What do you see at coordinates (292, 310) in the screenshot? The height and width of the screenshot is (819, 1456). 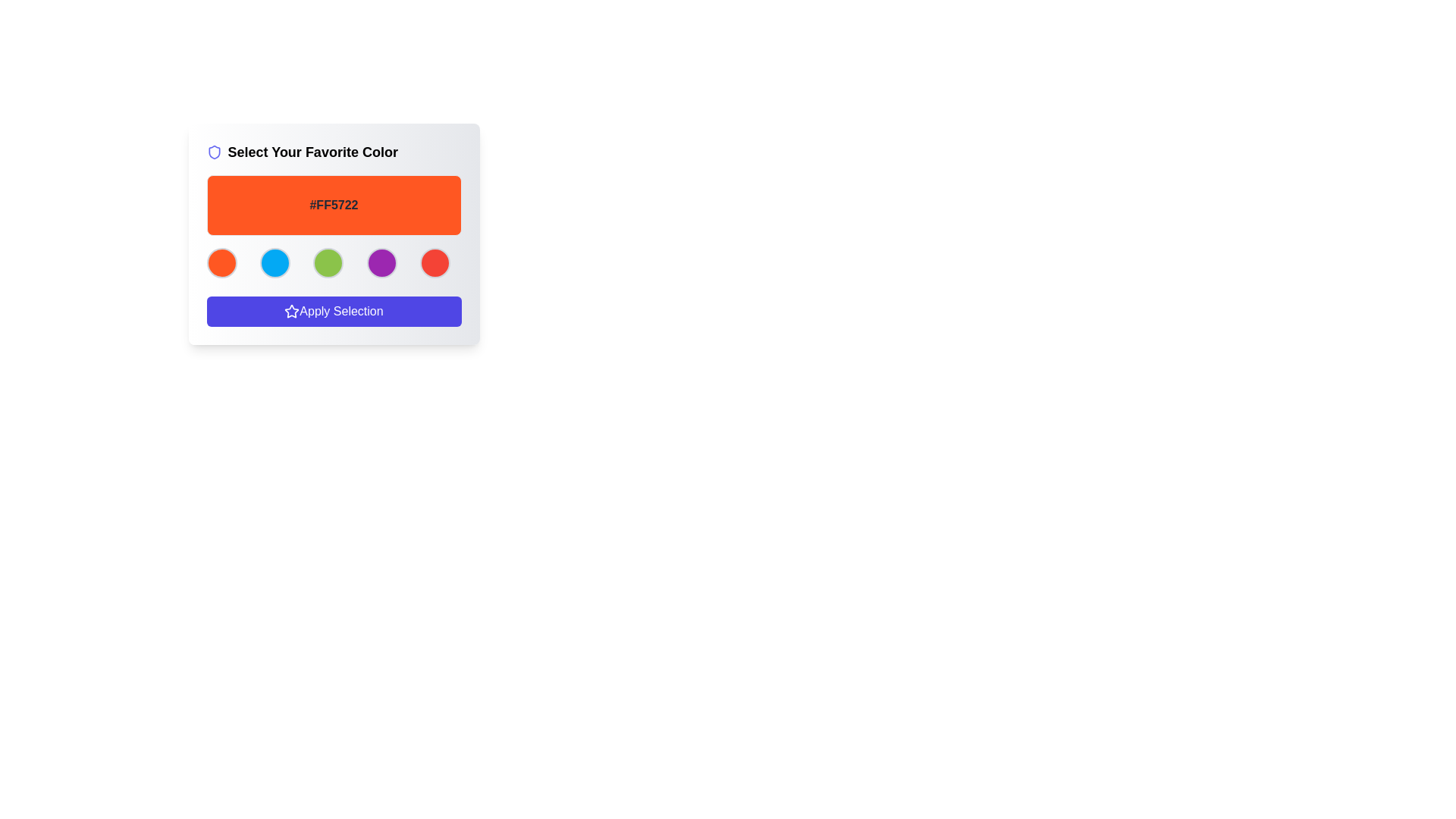 I see `the icon centered within the button located at the bottom of the panel under the Apply Selection button` at bounding box center [292, 310].